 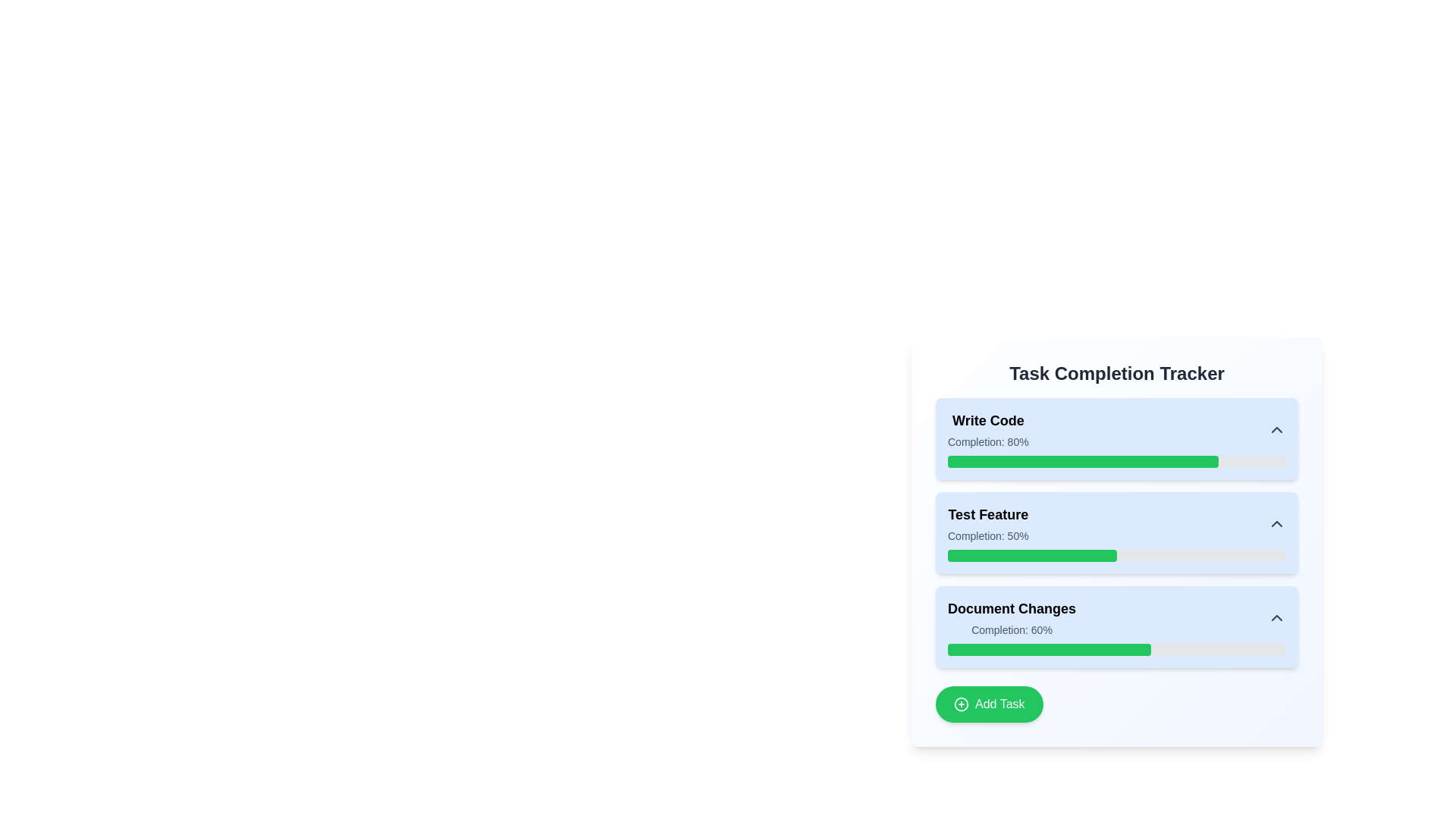 What do you see at coordinates (988, 430) in the screenshot?
I see `the 'Write Code' status display component in the 'Task Completion Tracker' widget` at bounding box center [988, 430].